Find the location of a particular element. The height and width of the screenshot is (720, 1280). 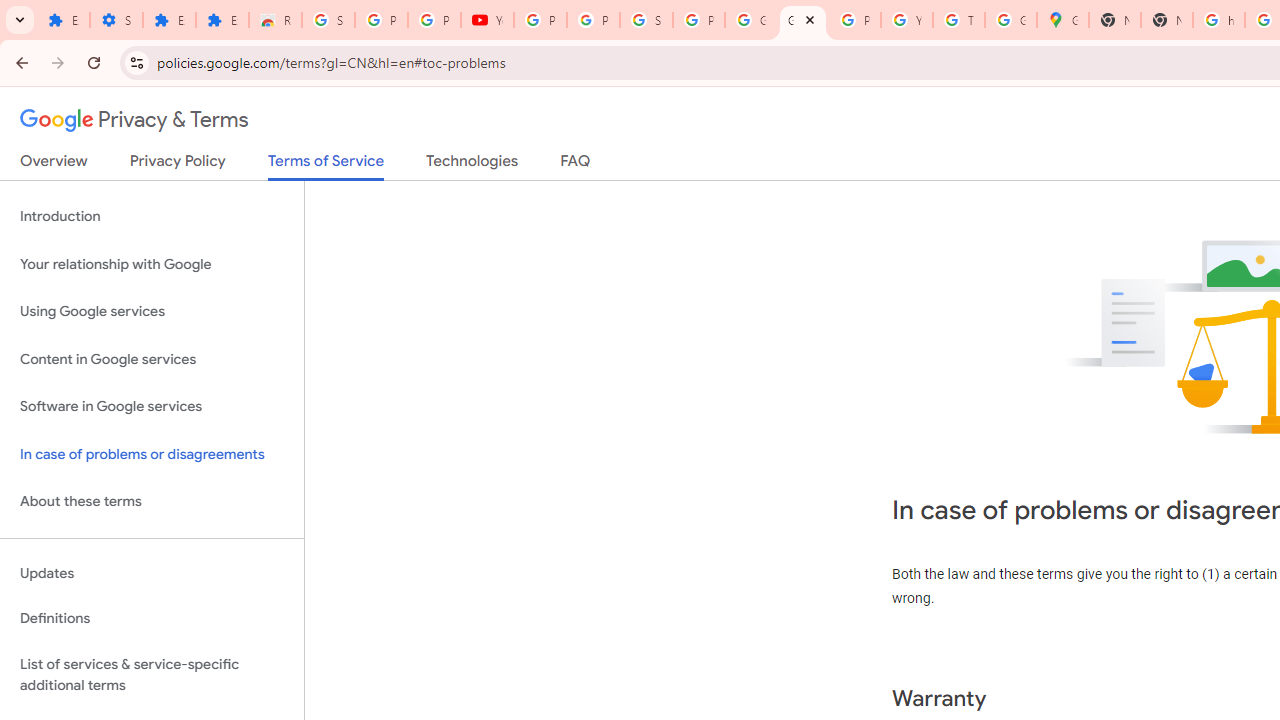

'Your relationship with Google' is located at coordinates (151, 263).